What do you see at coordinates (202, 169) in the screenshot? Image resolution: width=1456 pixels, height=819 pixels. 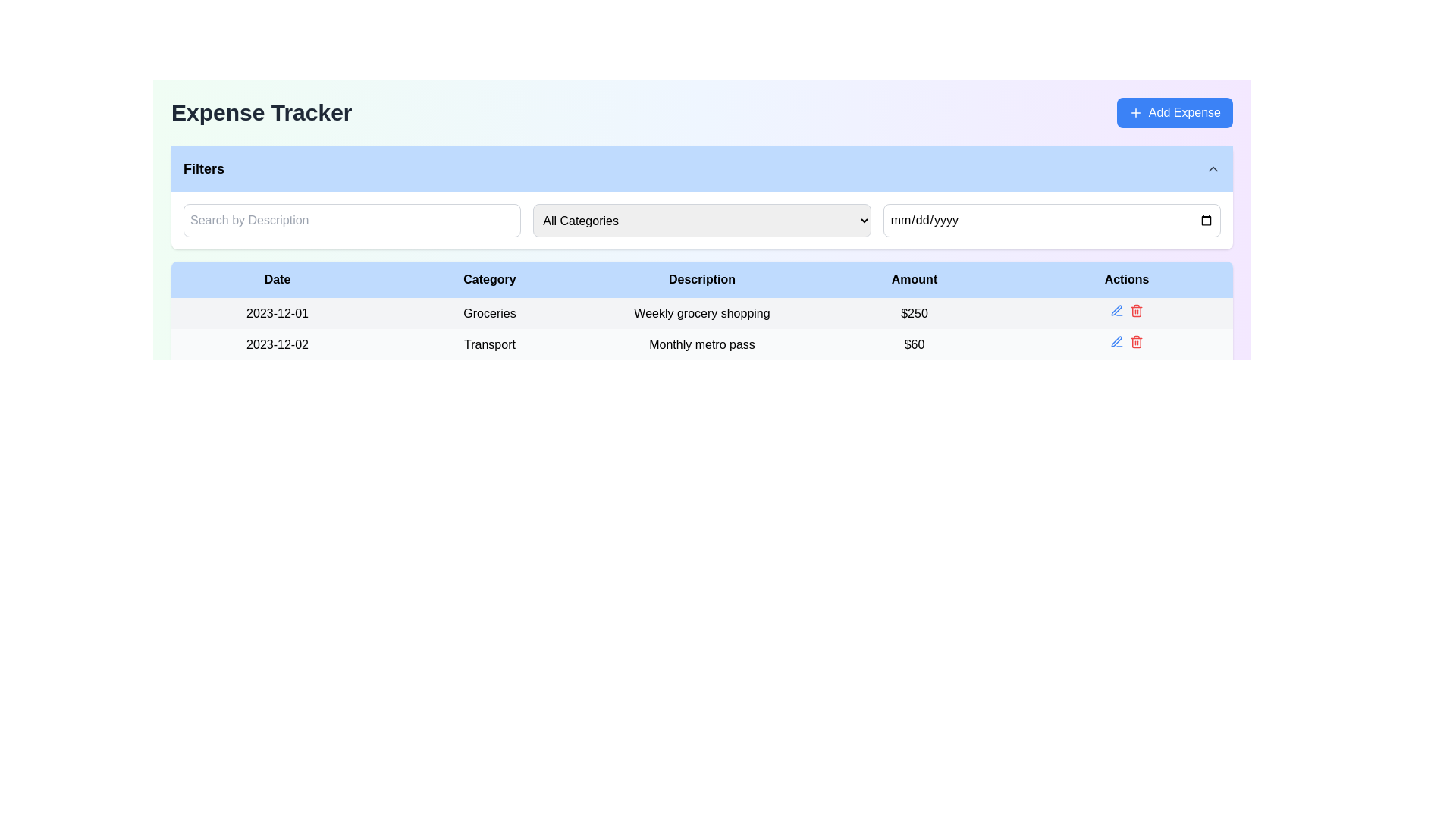 I see `the text label that indicates the functionality of the filtering options, located at the top left of the blue bar in the interface` at bounding box center [202, 169].